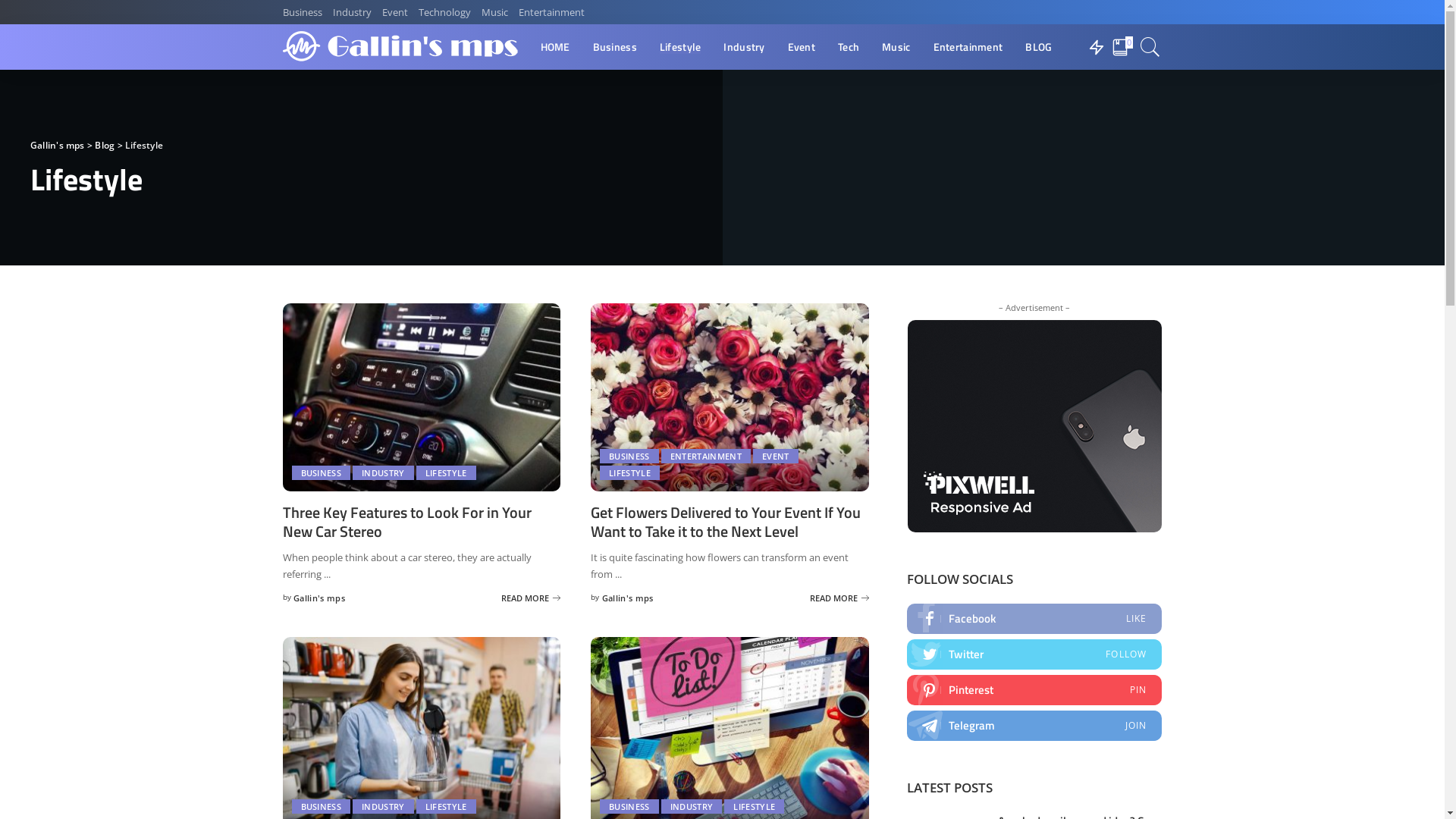  I want to click on 'Pinterest', so click(1034, 690).